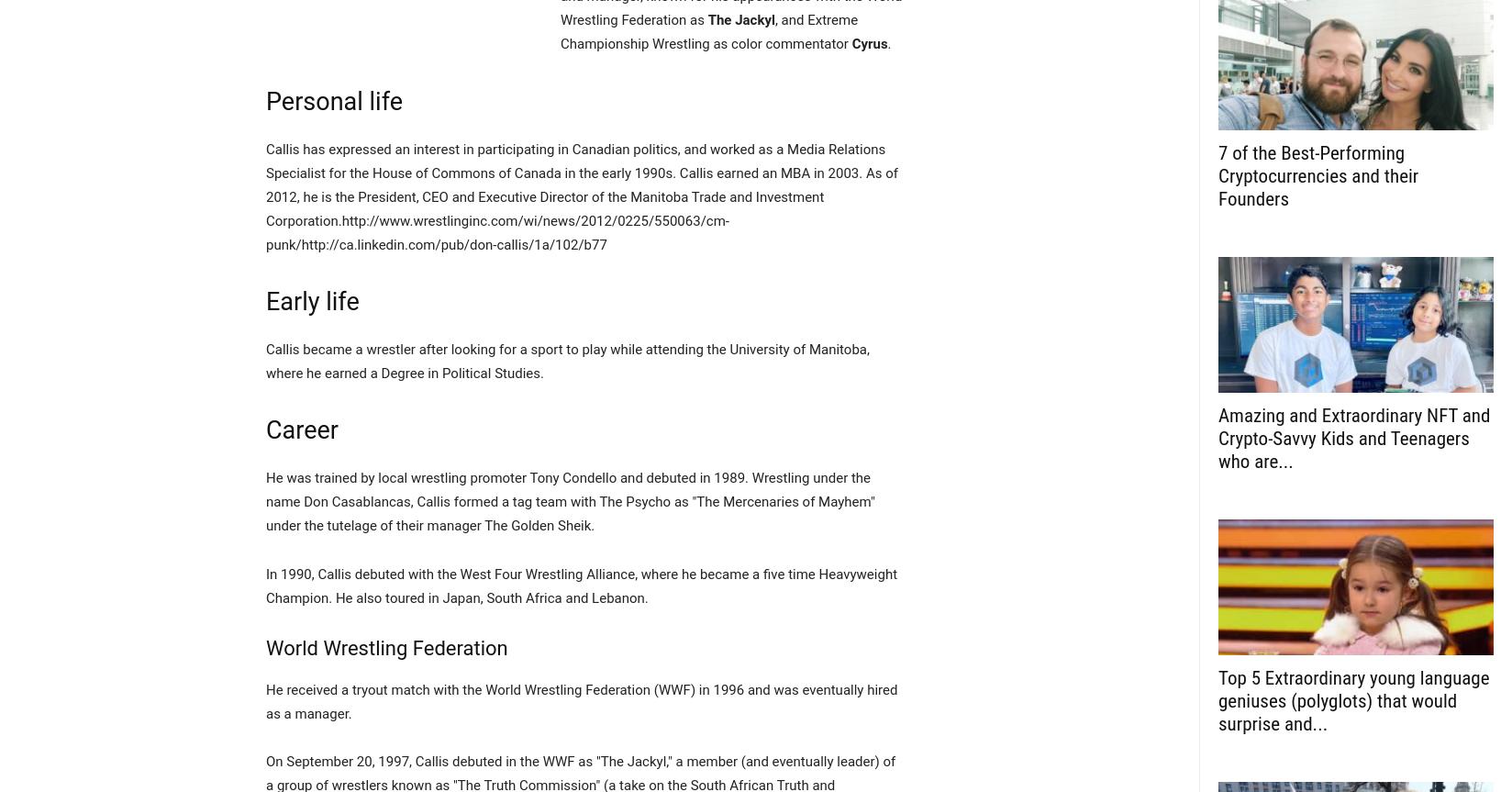 This screenshot has width=1512, height=792. I want to click on ', and Extreme Championship Wrestling as color commentator', so click(708, 32).